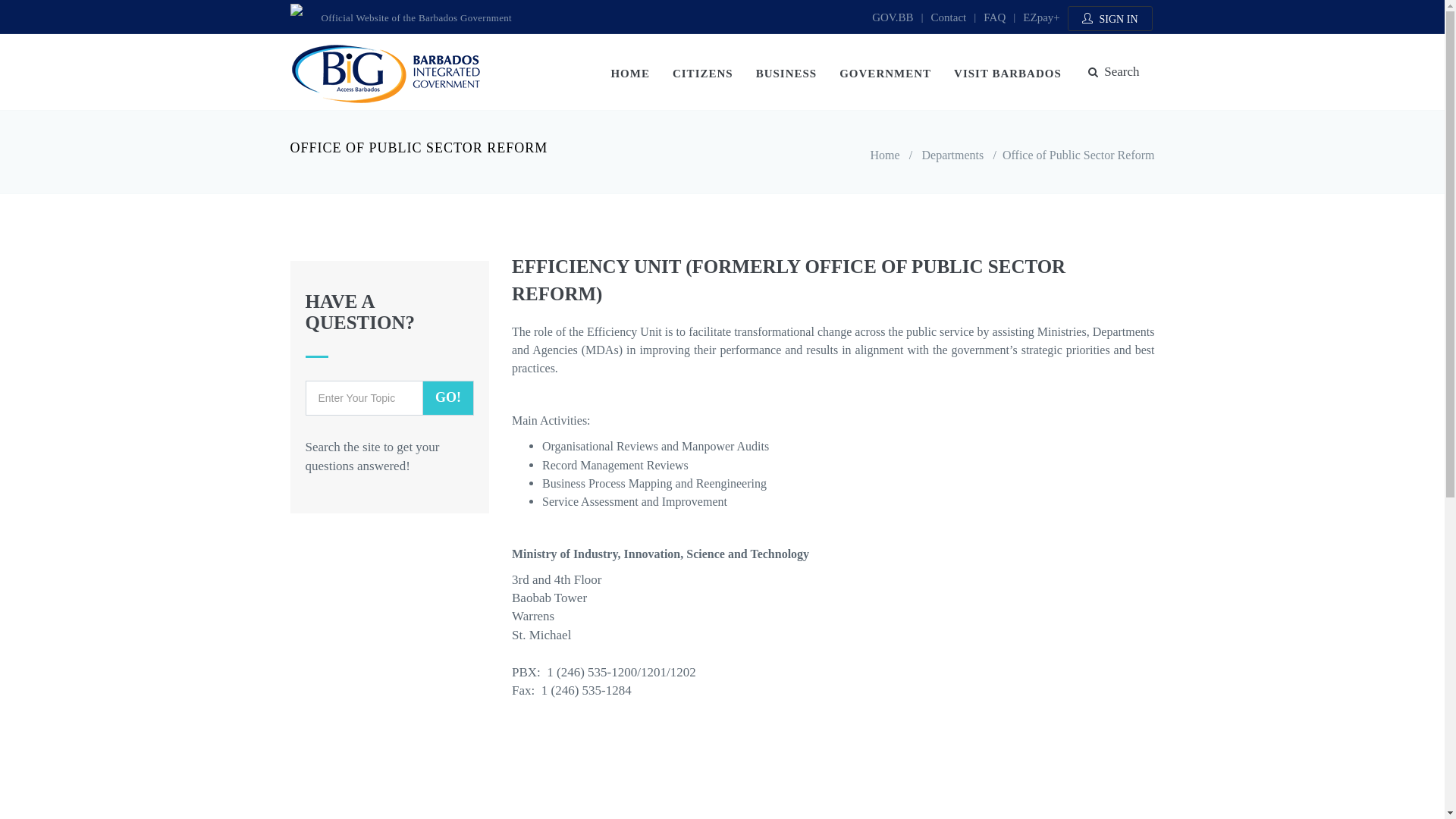 The width and height of the screenshot is (1456, 819). Describe the element at coordinates (892, 17) in the screenshot. I see `'GOV.BB'` at that location.